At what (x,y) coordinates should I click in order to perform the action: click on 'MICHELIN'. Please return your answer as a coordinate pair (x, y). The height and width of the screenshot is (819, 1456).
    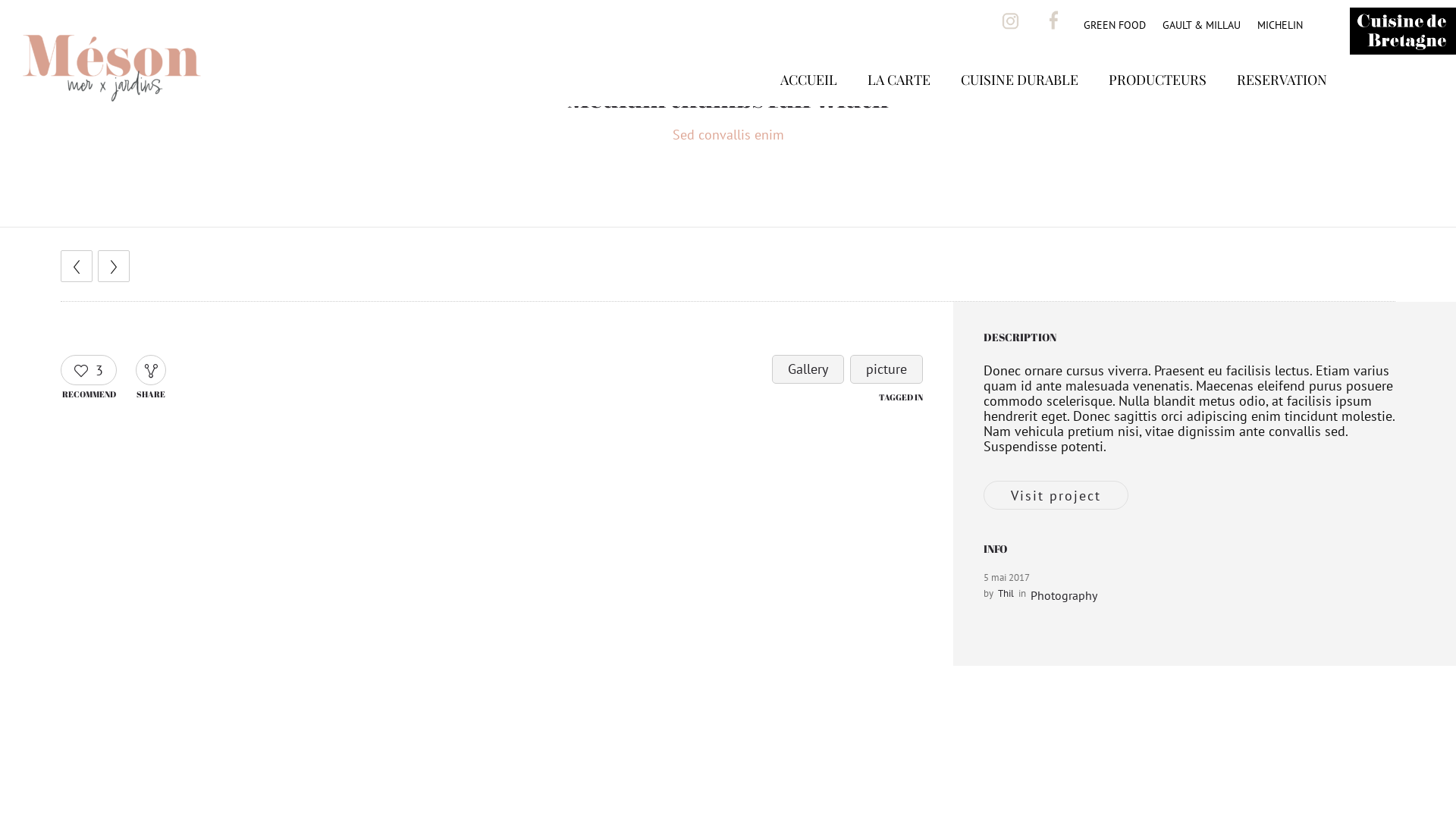
    Looking at the image, I should click on (1279, 25).